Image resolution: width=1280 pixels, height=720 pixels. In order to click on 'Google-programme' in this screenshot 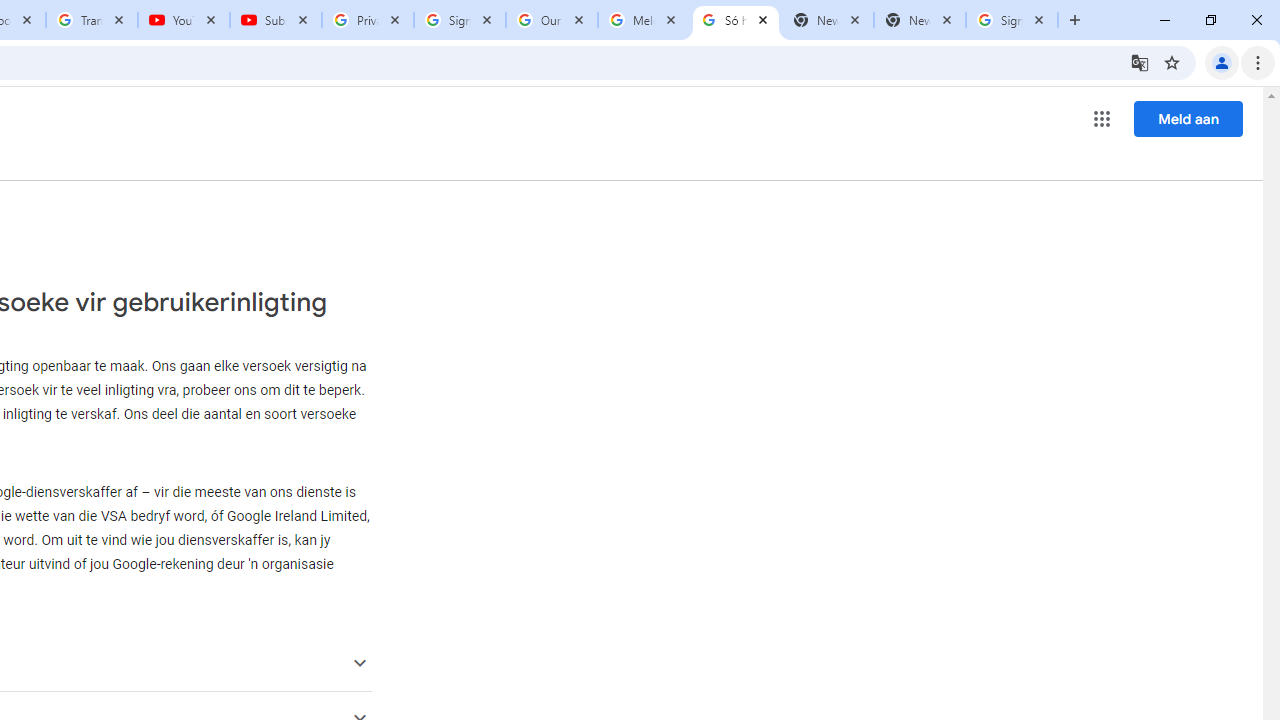, I will do `click(1101, 119)`.